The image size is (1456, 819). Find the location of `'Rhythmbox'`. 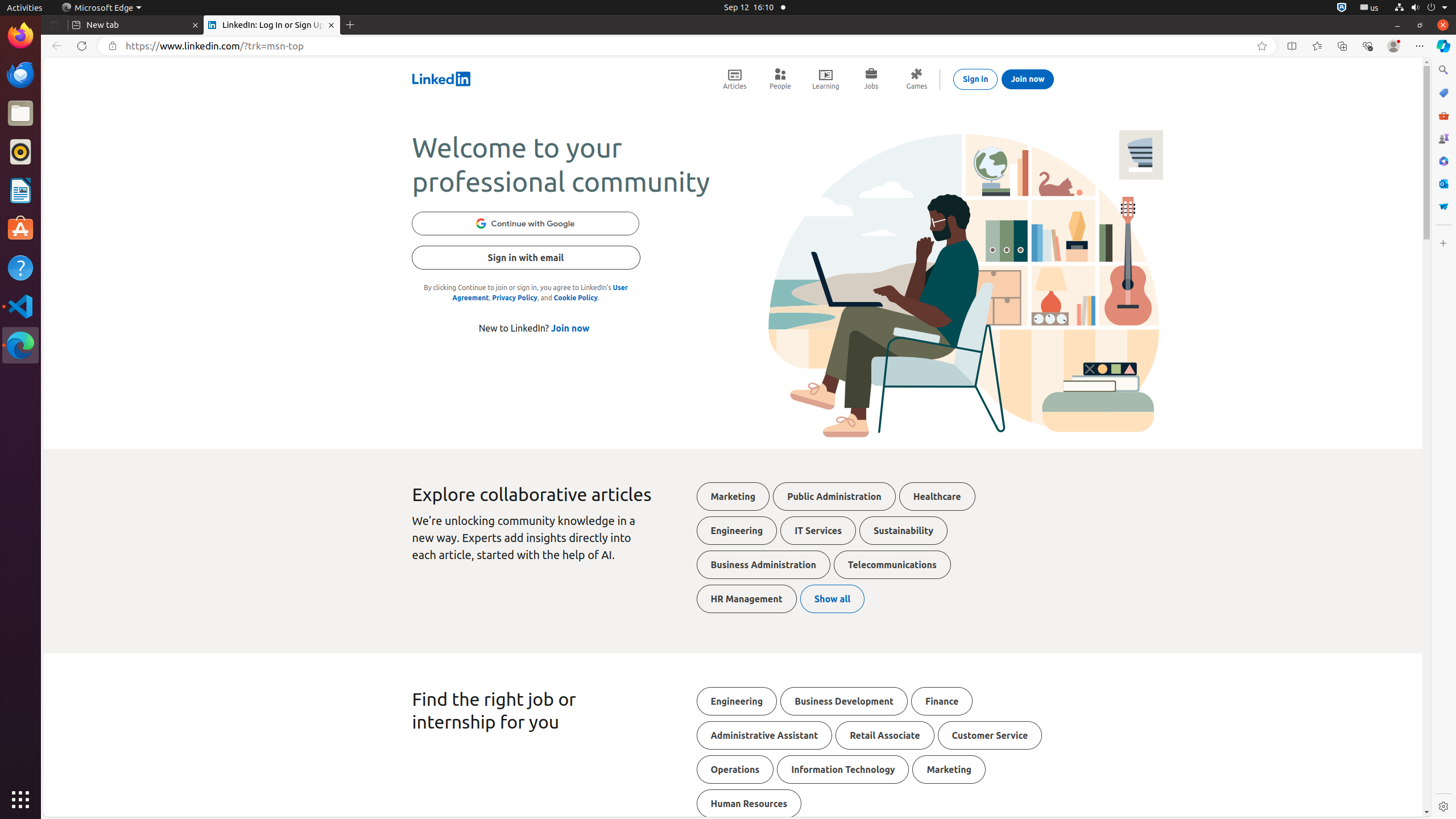

'Rhythmbox' is located at coordinates (20, 151).